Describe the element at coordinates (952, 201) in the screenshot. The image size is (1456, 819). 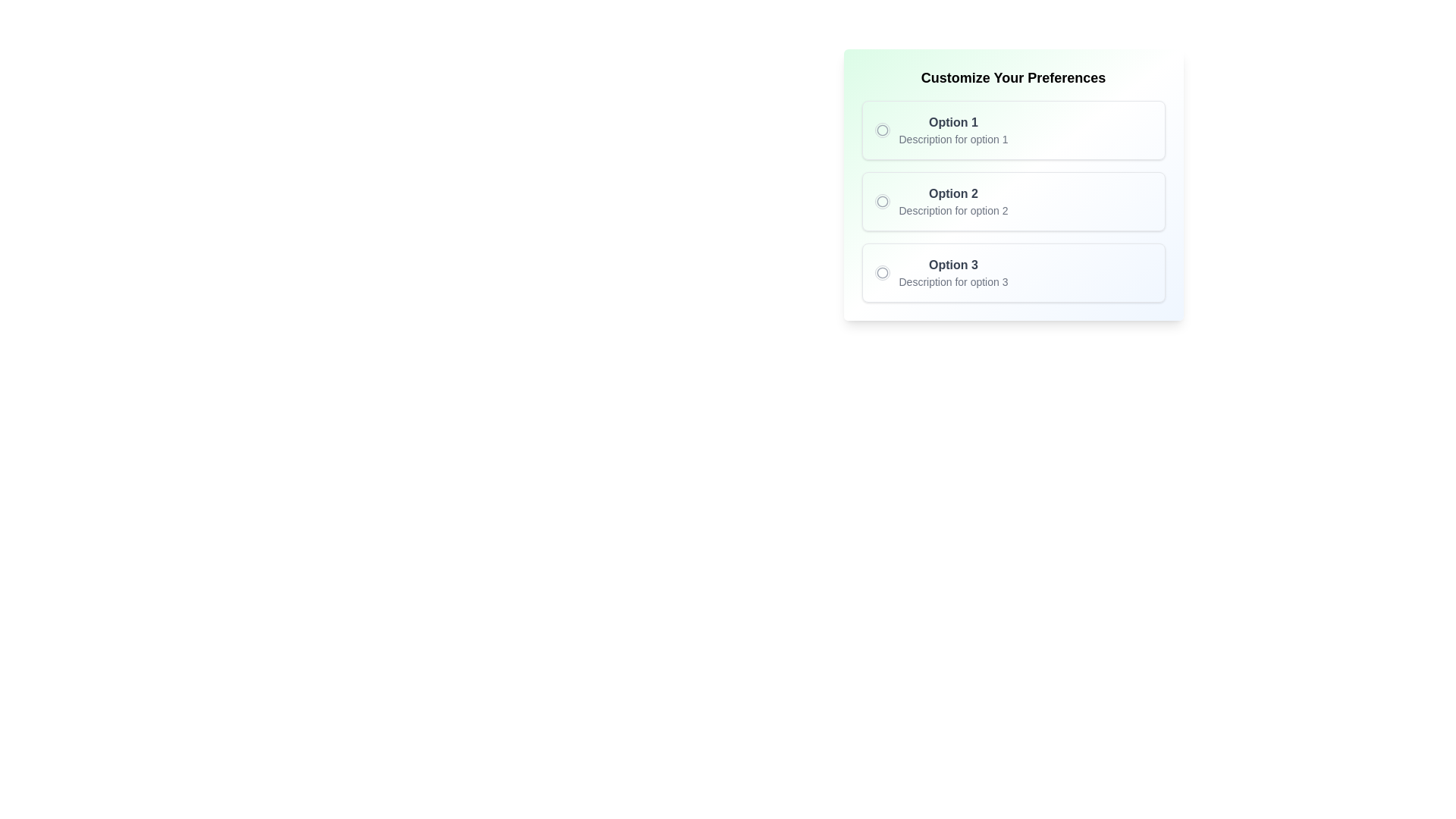
I see `the Text Block that displays the name and description of the second option in the vertical list of options` at that location.